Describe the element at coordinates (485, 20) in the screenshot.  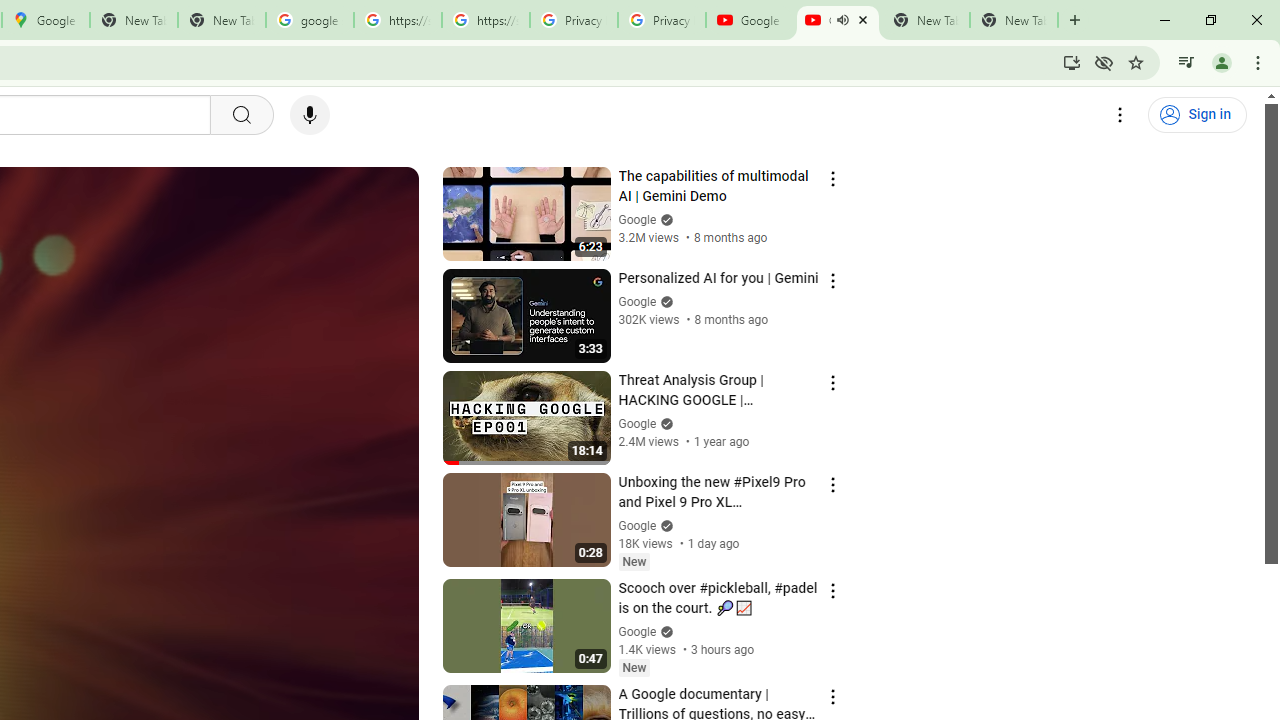
I see `'https://scholar.google.com/'` at that location.